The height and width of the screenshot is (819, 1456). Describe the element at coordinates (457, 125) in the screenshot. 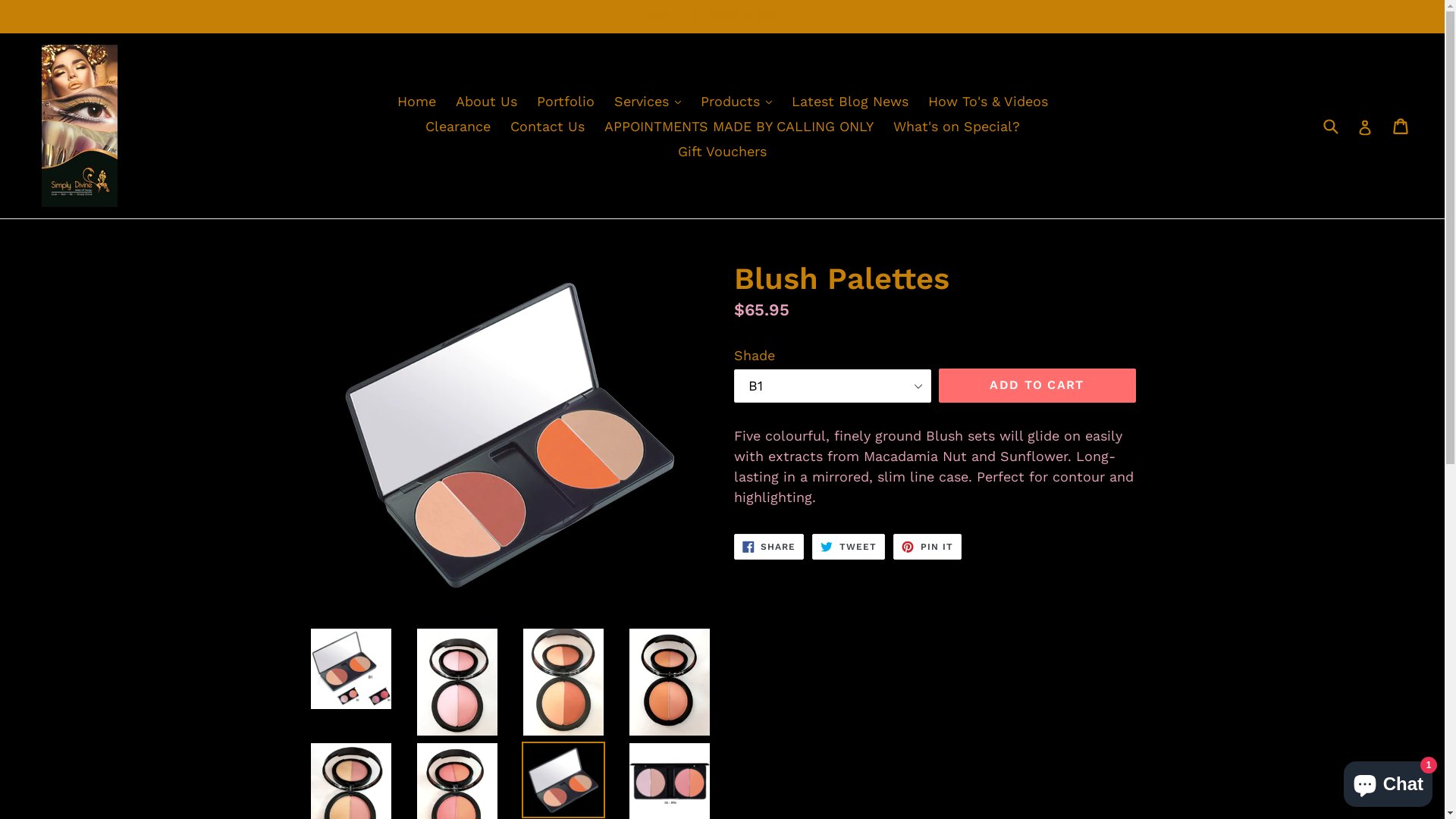

I see `'Clearance'` at that location.